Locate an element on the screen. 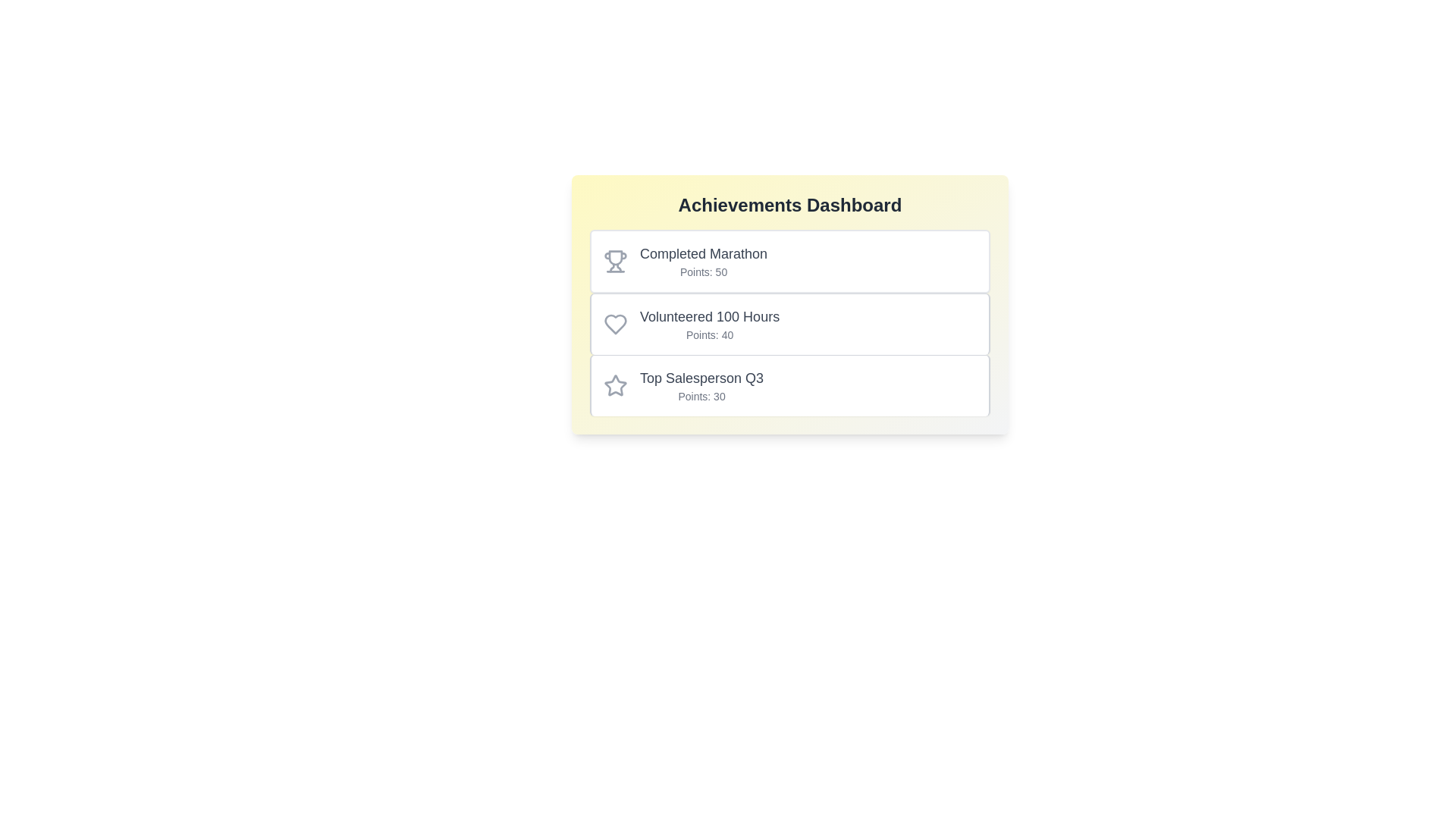  the achievement item Top Salesperson Q3 is located at coordinates (789, 384).